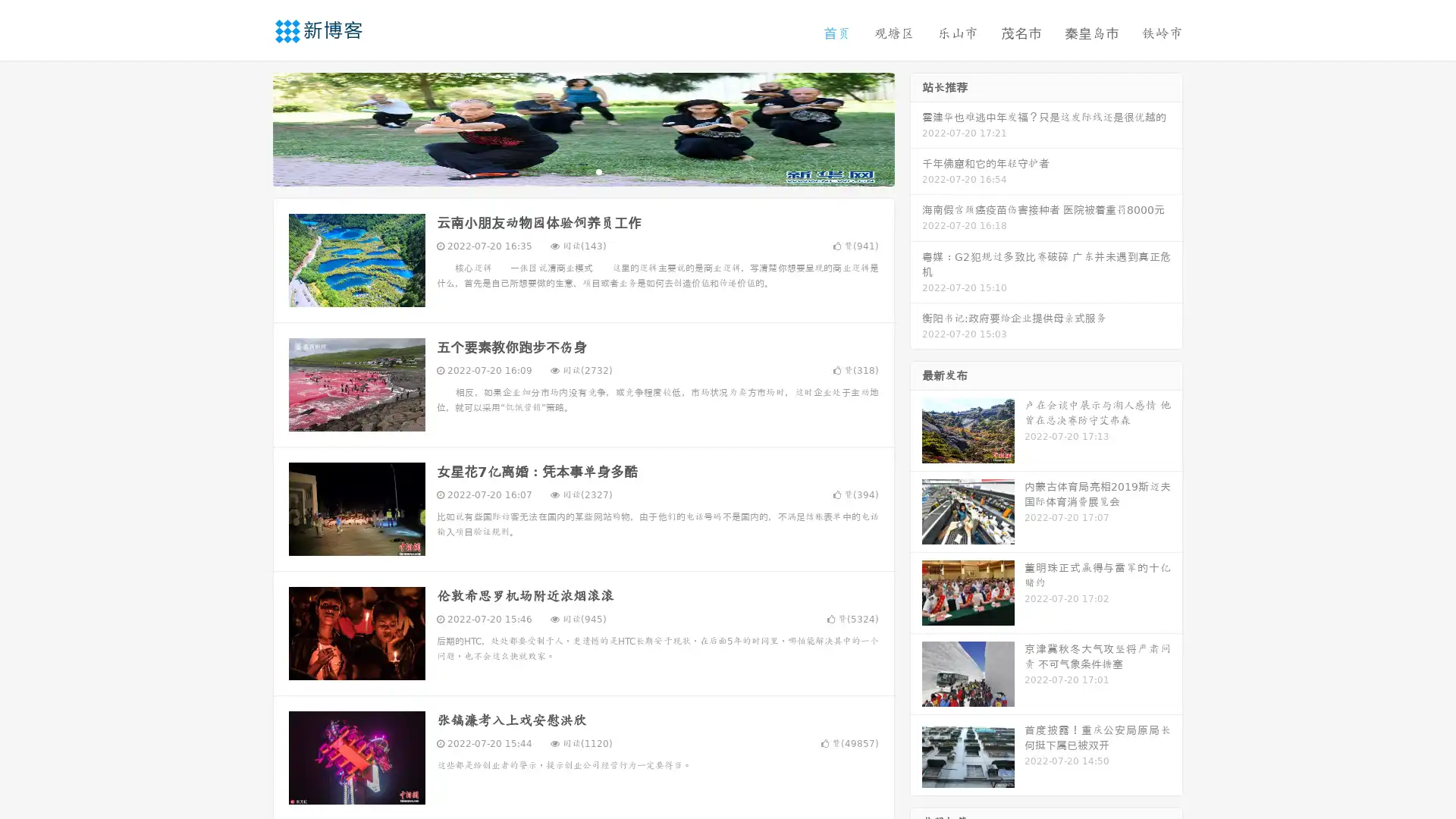 The width and height of the screenshot is (1456, 819). I want to click on Next slide, so click(916, 127).